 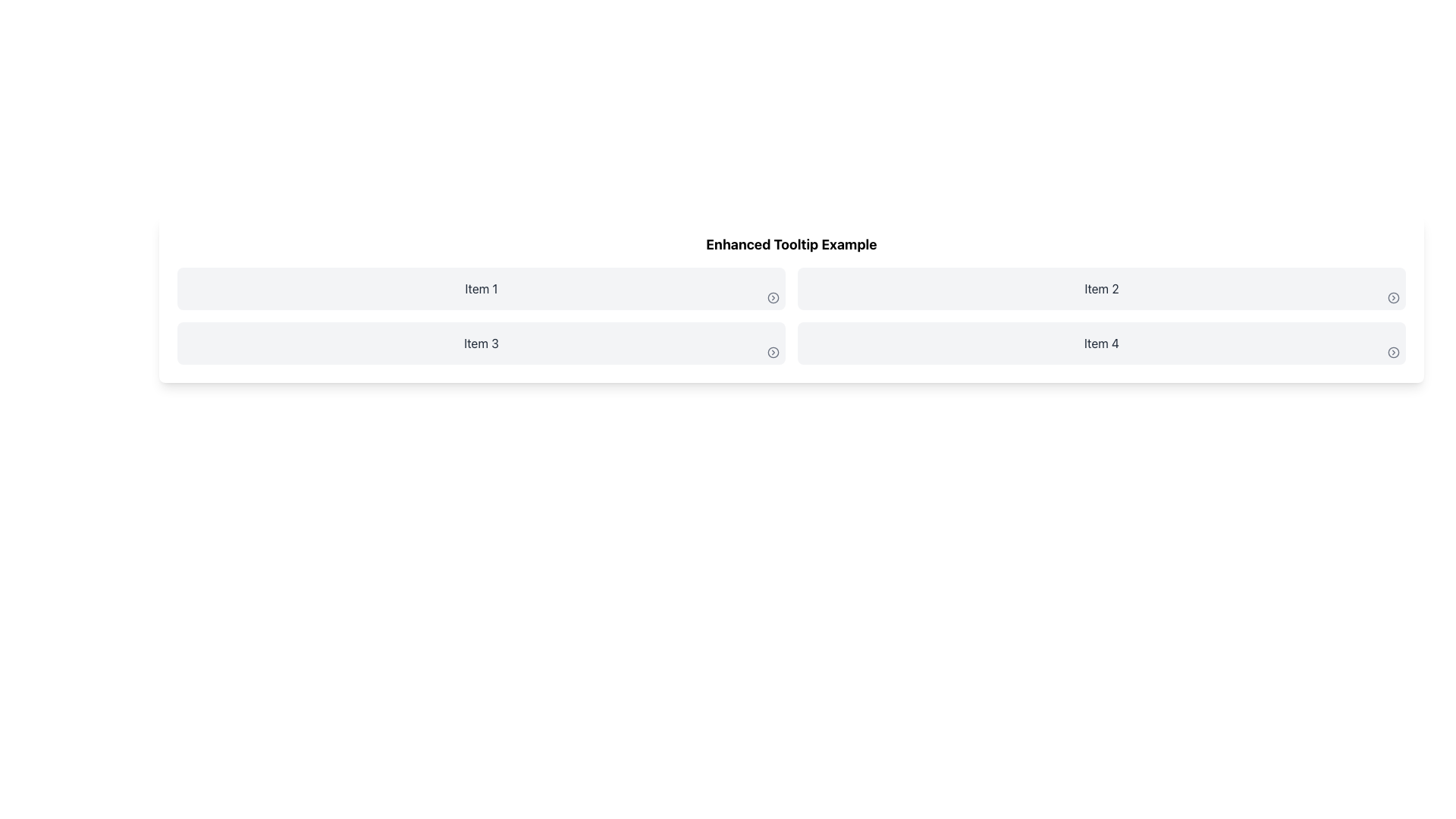 I want to click on the right-chevron icon encased in a circular border located at the bottom-right corner of the 'Item 3' card, so click(x=773, y=353).